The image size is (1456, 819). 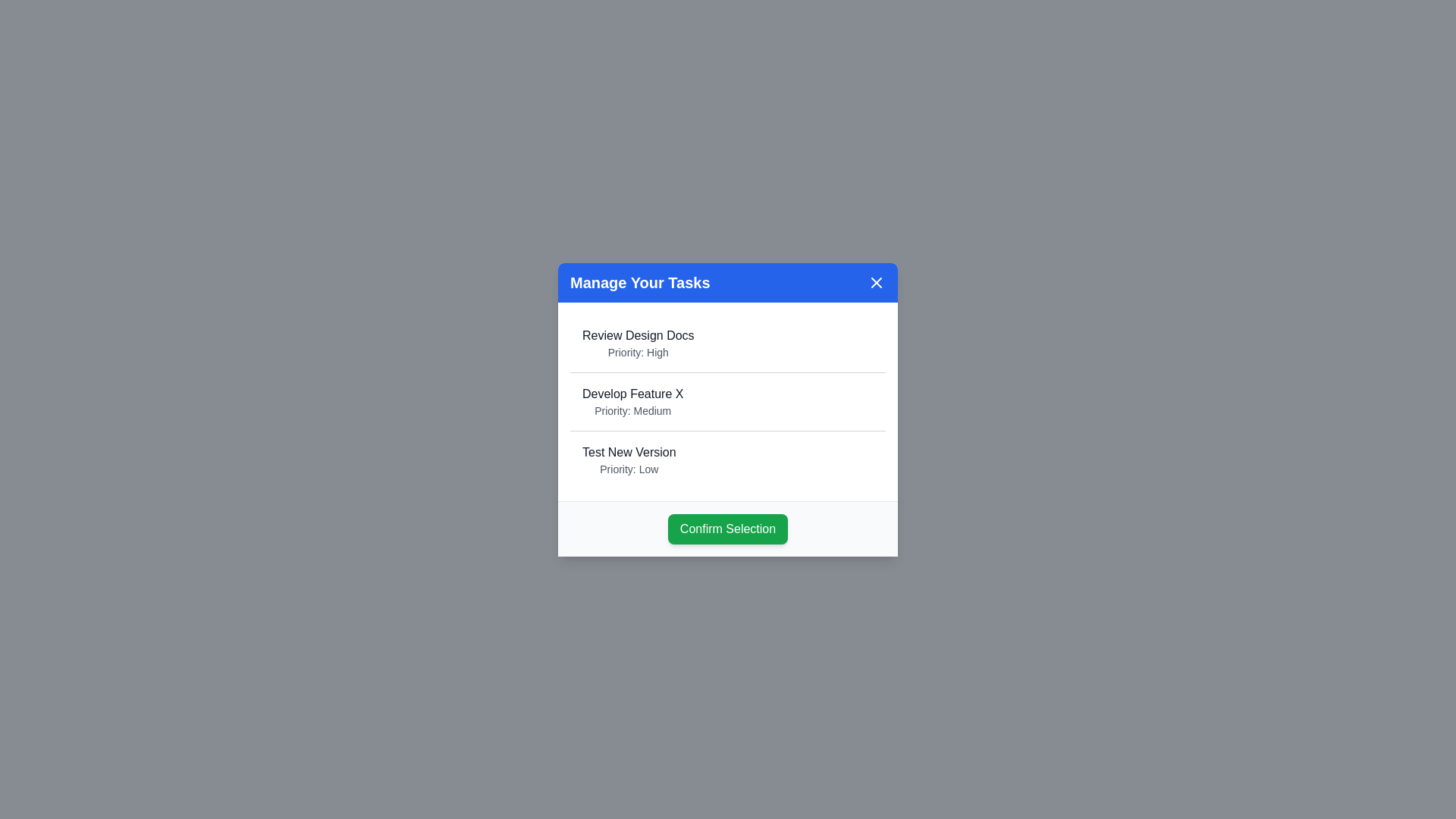 I want to click on the task Develop Feature X from the list, so click(x=632, y=393).